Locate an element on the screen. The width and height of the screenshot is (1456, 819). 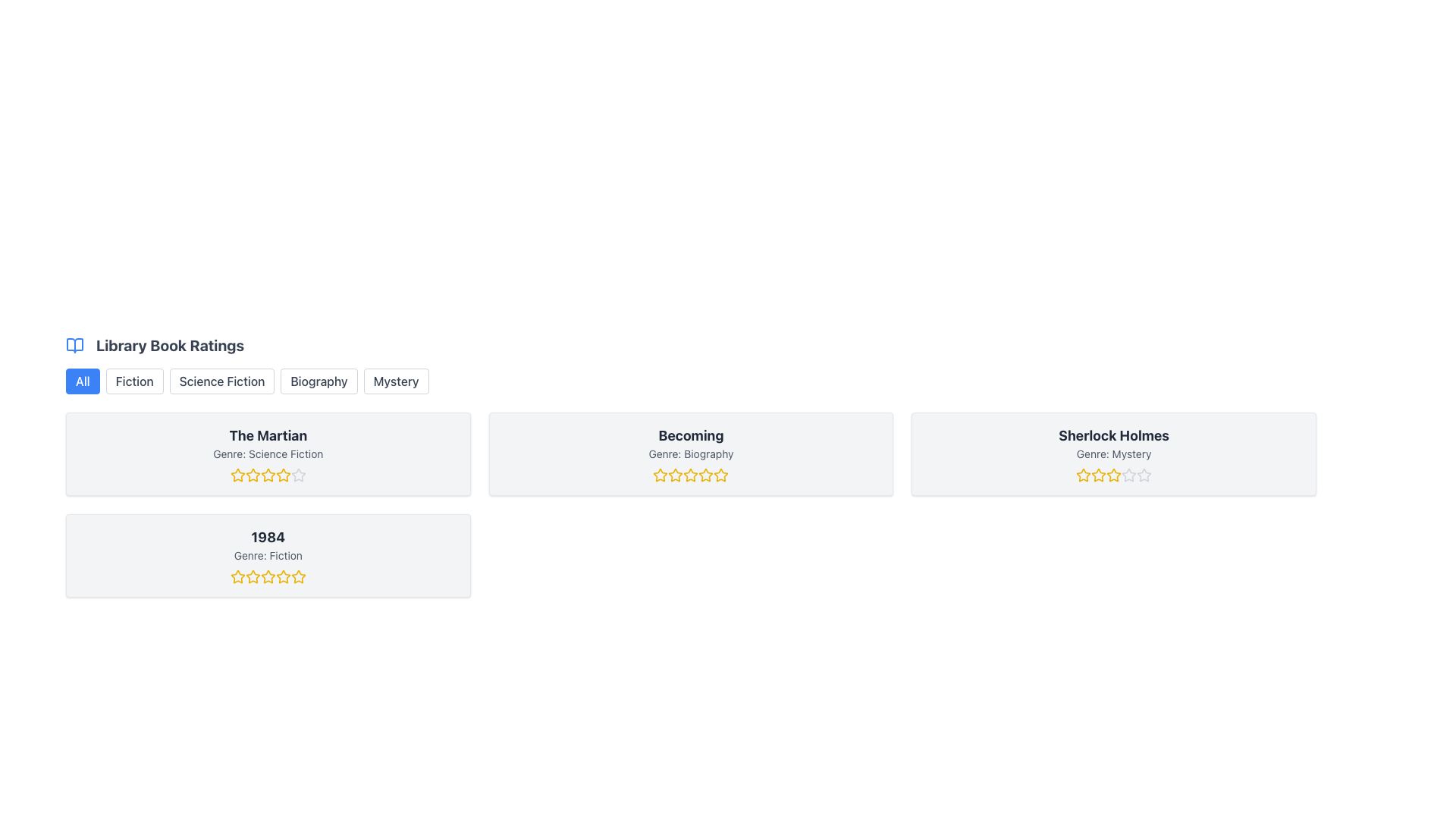
the second star icon from the left in the rating section beneath the 'Becoming' book card to rate this star is located at coordinates (661, 475).